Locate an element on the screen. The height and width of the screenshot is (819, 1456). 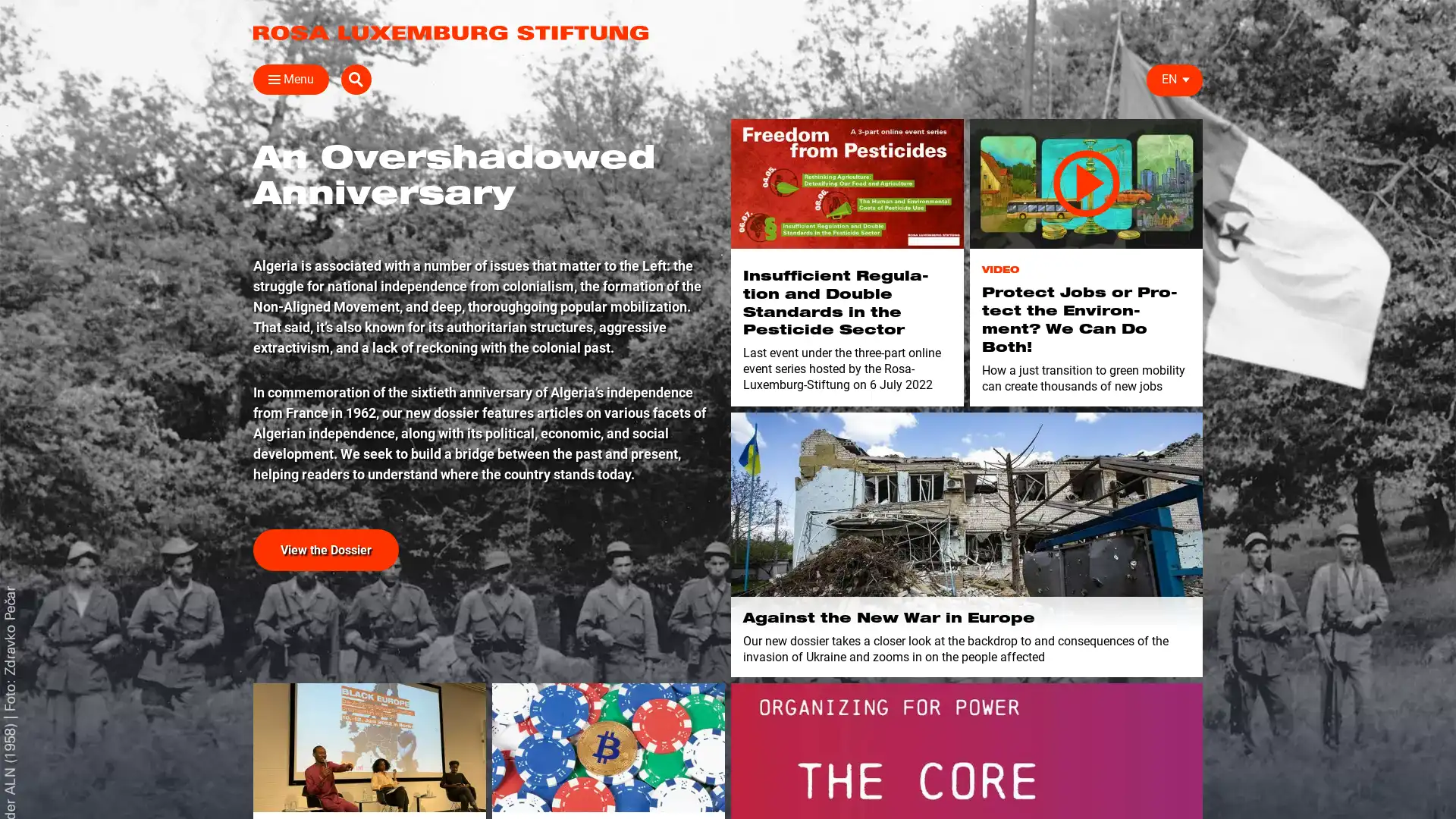
Close is located at coordinates (1185, 111).